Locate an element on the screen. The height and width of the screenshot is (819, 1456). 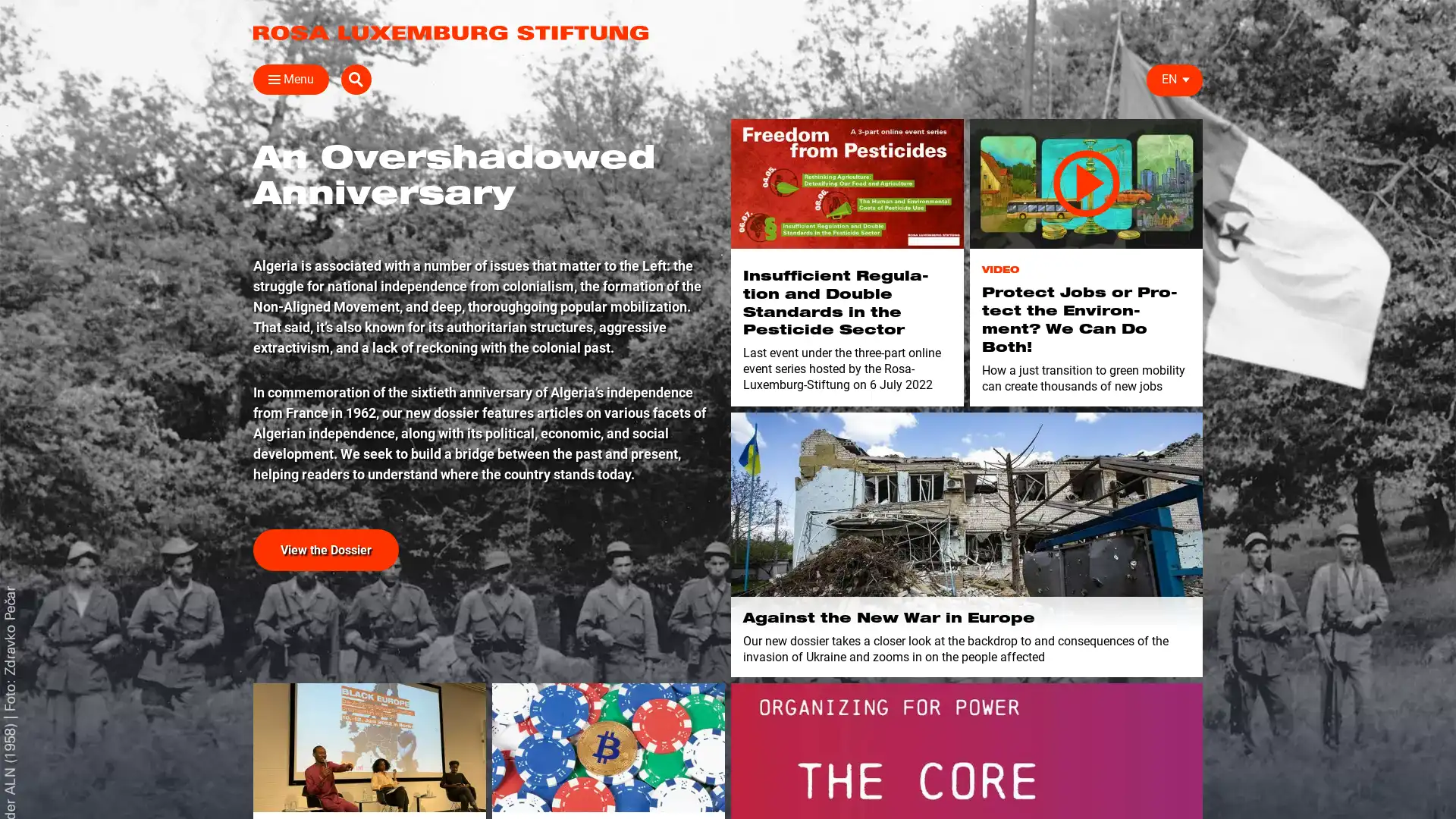
Close is located at coordinates (1185, 111).